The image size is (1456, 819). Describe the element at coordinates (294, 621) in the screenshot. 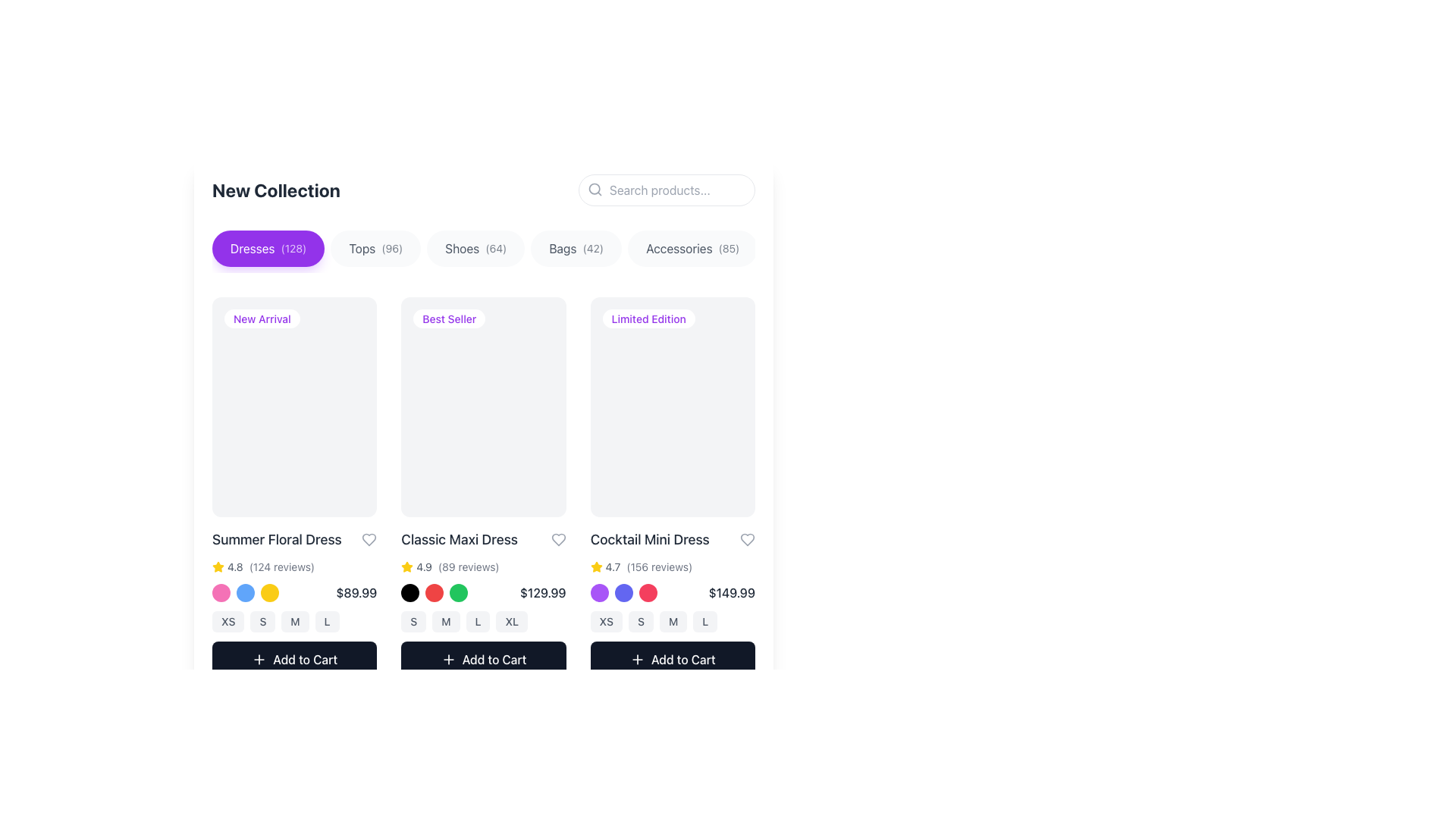

I see `the button labeled 'M', which is a medium-sized button with a light gray background, part of a group of size selection buttons beneath the price information for the 'Summer Floral Dress'` at that location.